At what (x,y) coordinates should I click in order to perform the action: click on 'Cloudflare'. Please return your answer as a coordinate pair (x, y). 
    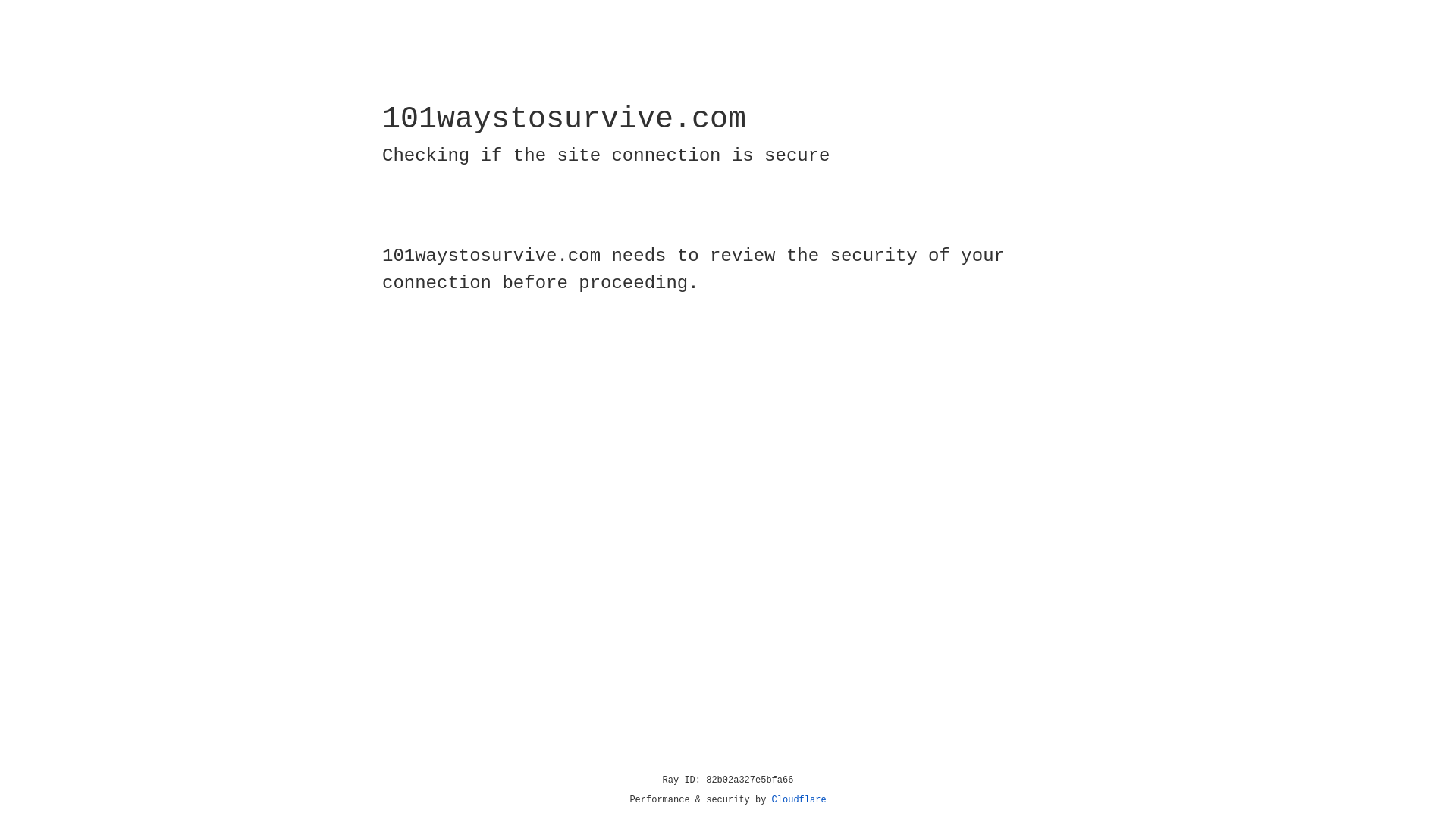
    Looking at the image, I should click on (799, 799).